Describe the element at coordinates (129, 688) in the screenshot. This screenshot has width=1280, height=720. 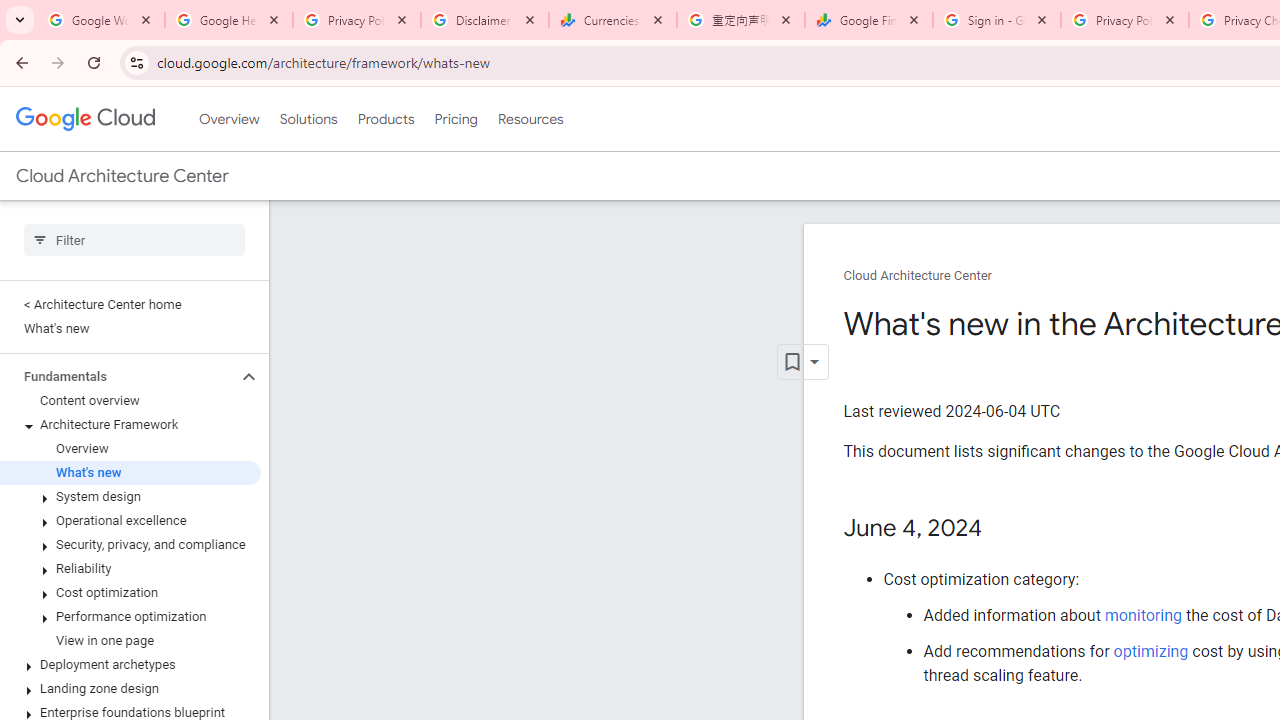
I see `'Landing zone design'` at that location.